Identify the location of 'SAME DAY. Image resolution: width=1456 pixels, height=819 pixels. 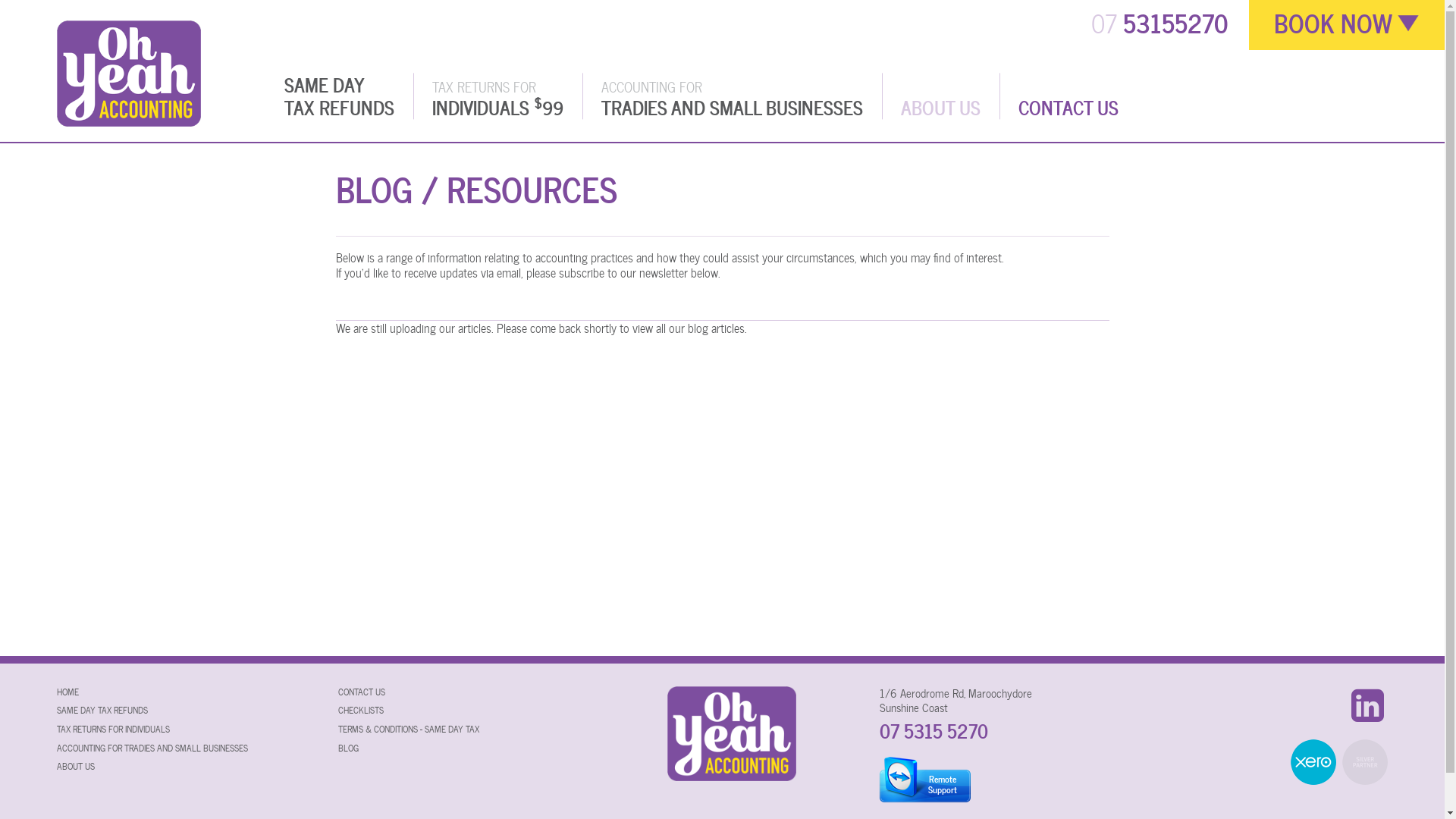
(338, 96).